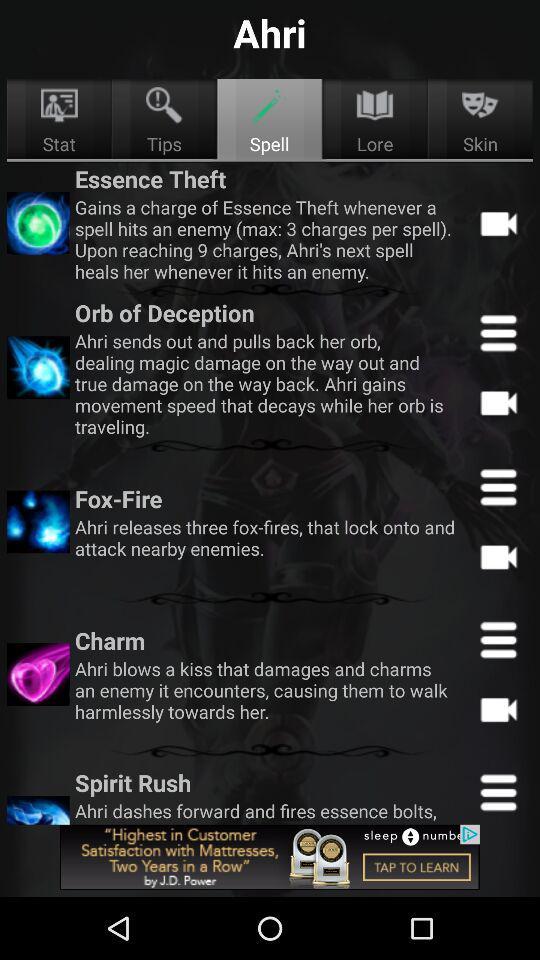  What do you see at coordinates (497, 791) in the screenshot?
I see `open menu` at bounding box center [497, 791].